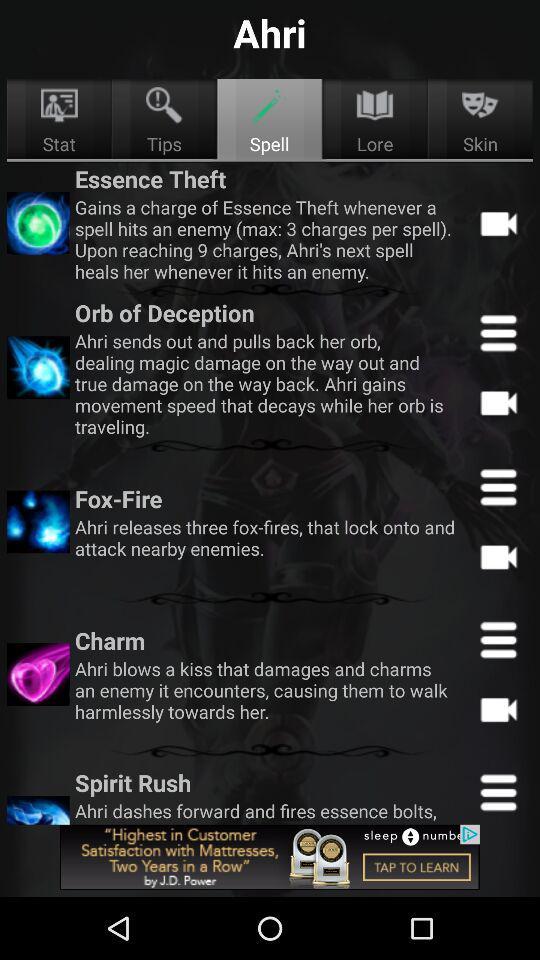  What do you see at coordinates (497, 791) in the screenshot?
I see `open menu` at bounding box center [497, 791].